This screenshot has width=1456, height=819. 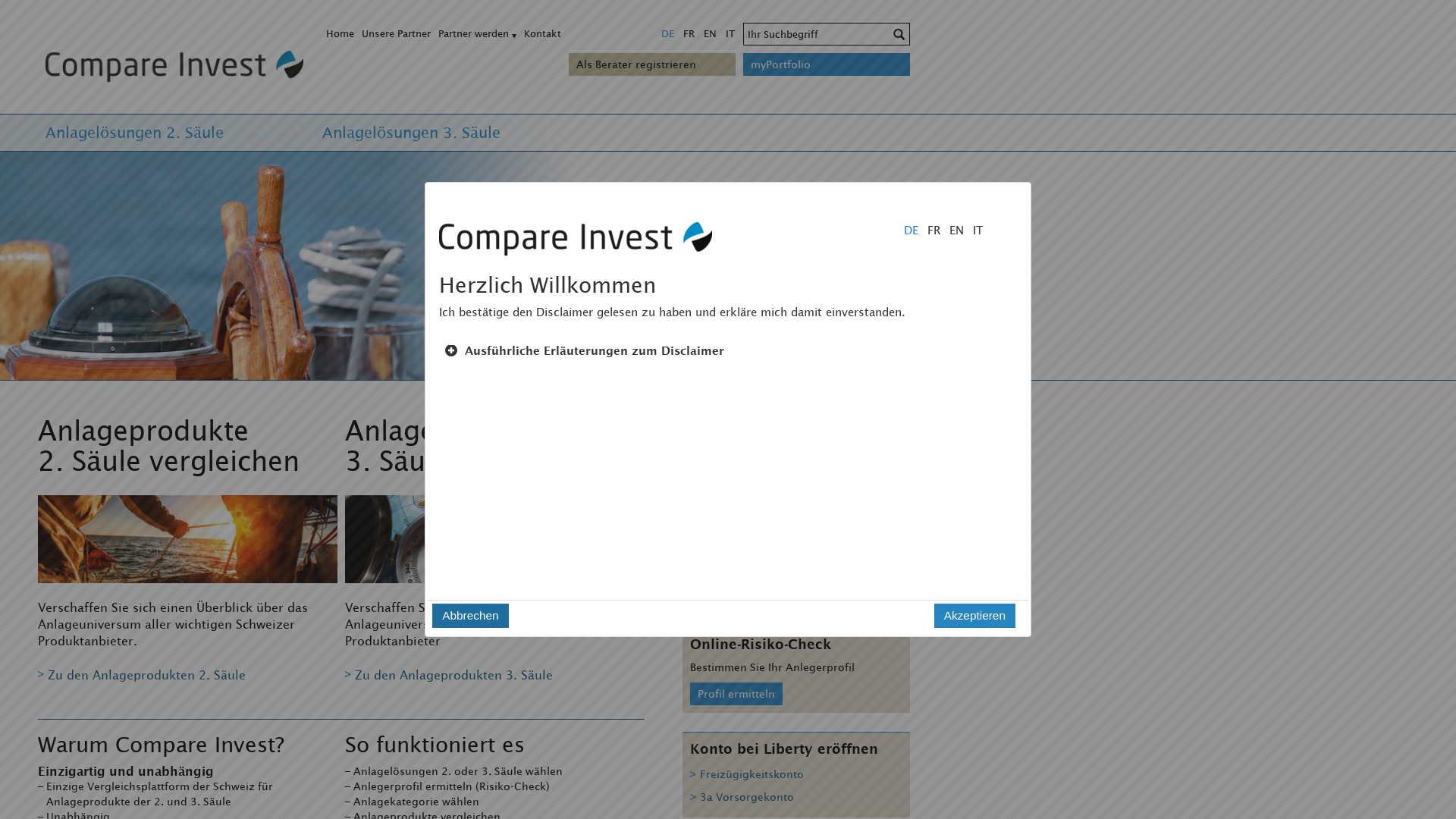 What do you see at coordinates (951, 230) in the screenshot?
I see `'EN'` at bounding box center [951, 230].